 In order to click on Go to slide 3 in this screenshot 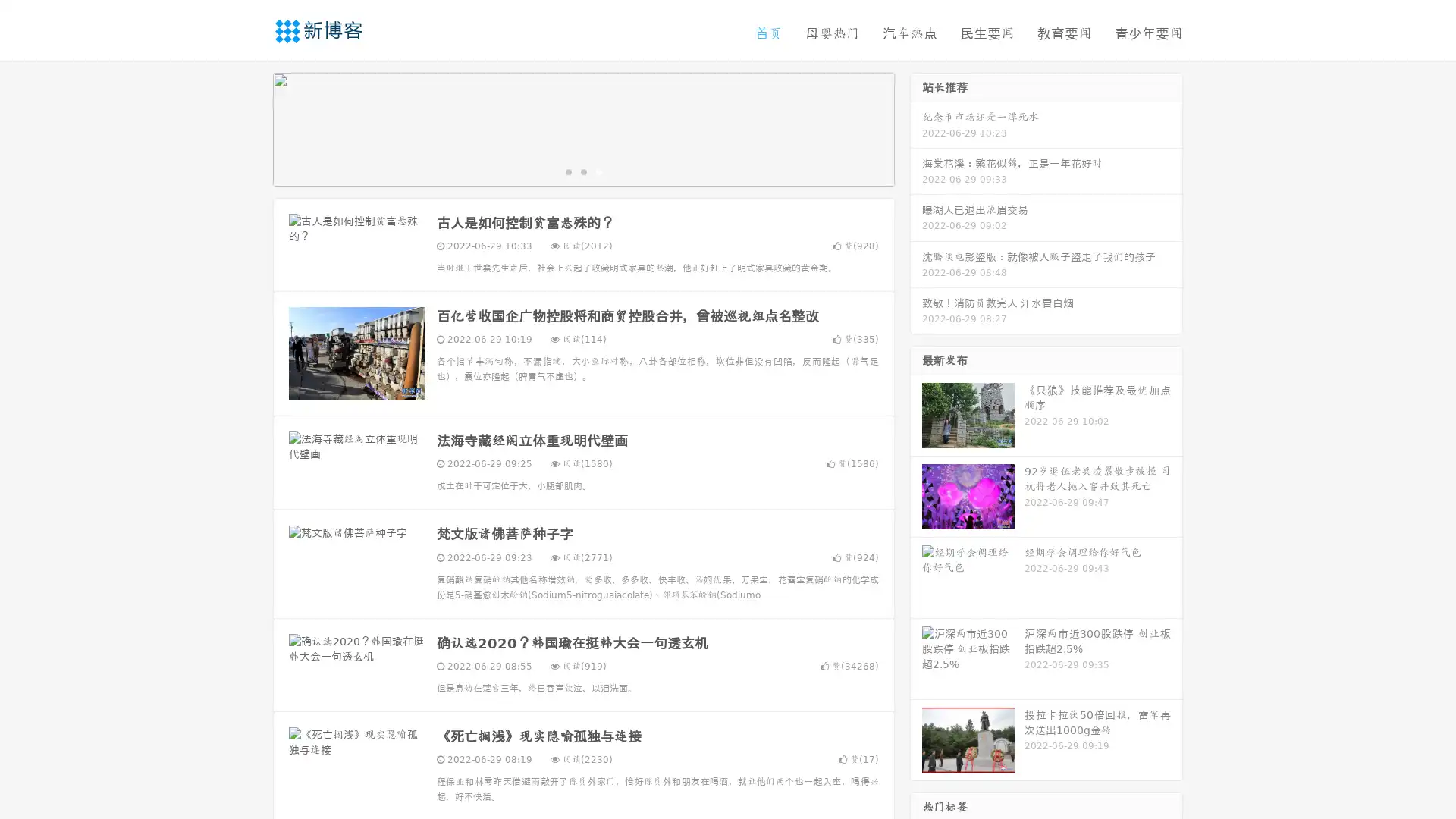, I will do `click(598, 171)`.